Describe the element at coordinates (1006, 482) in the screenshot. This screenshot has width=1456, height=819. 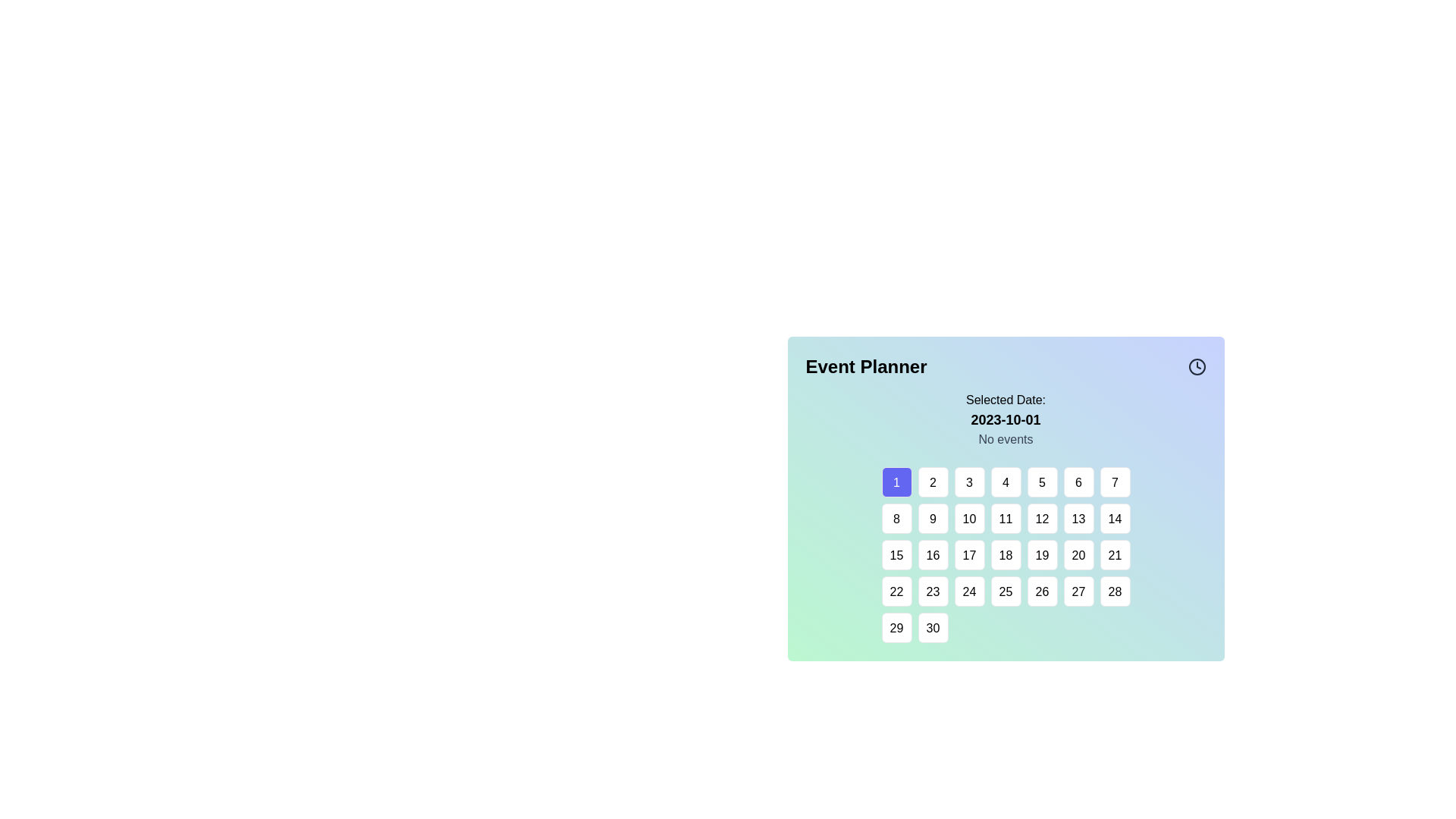
I see `the button representing the date '4' in the calendar interface` at that location.